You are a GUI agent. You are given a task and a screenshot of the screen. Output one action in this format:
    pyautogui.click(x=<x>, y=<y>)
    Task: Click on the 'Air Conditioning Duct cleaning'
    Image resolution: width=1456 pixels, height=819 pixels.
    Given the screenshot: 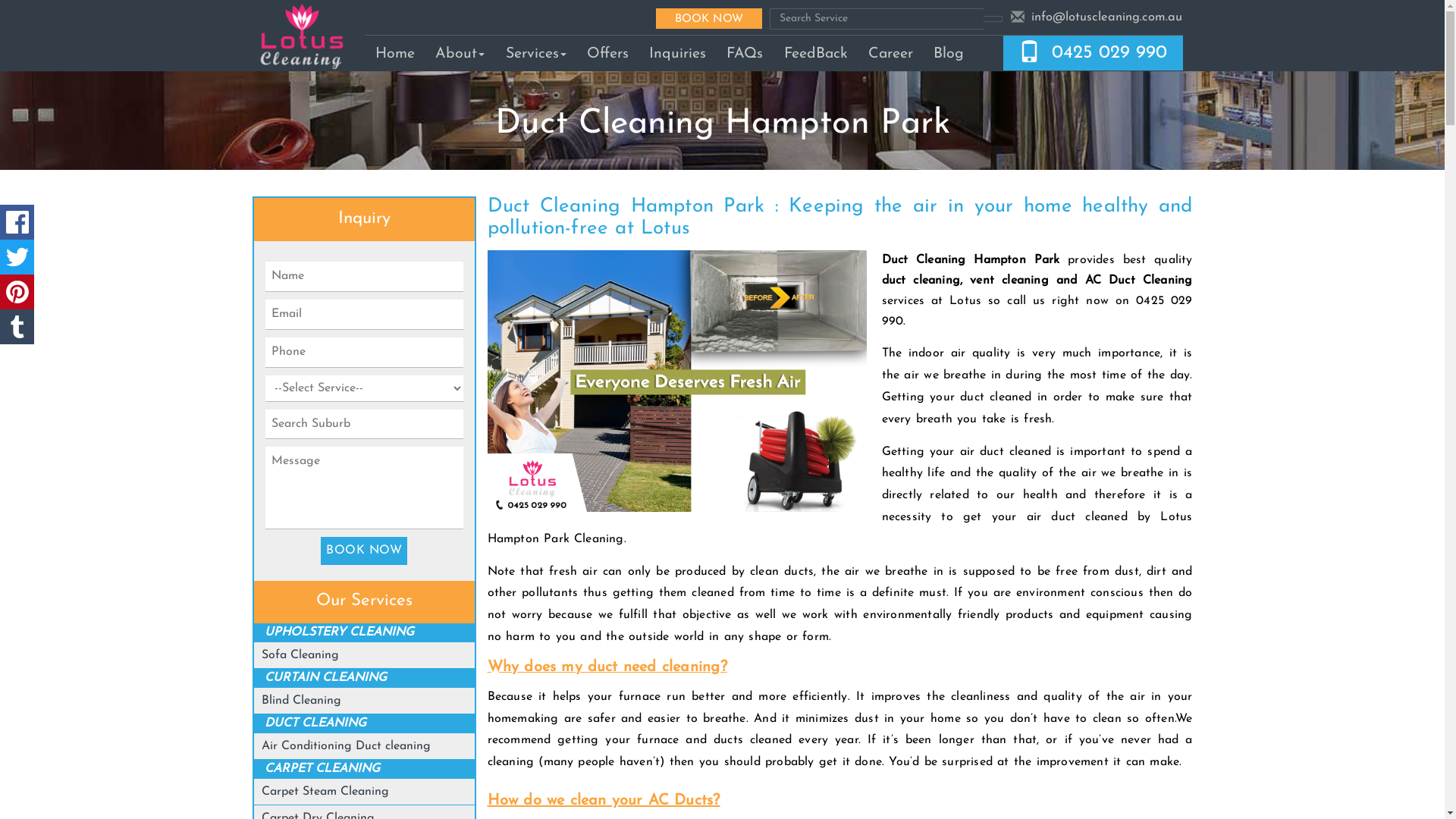 What is the action you would take?
    pyautogui.click(x=345, y=745)
    